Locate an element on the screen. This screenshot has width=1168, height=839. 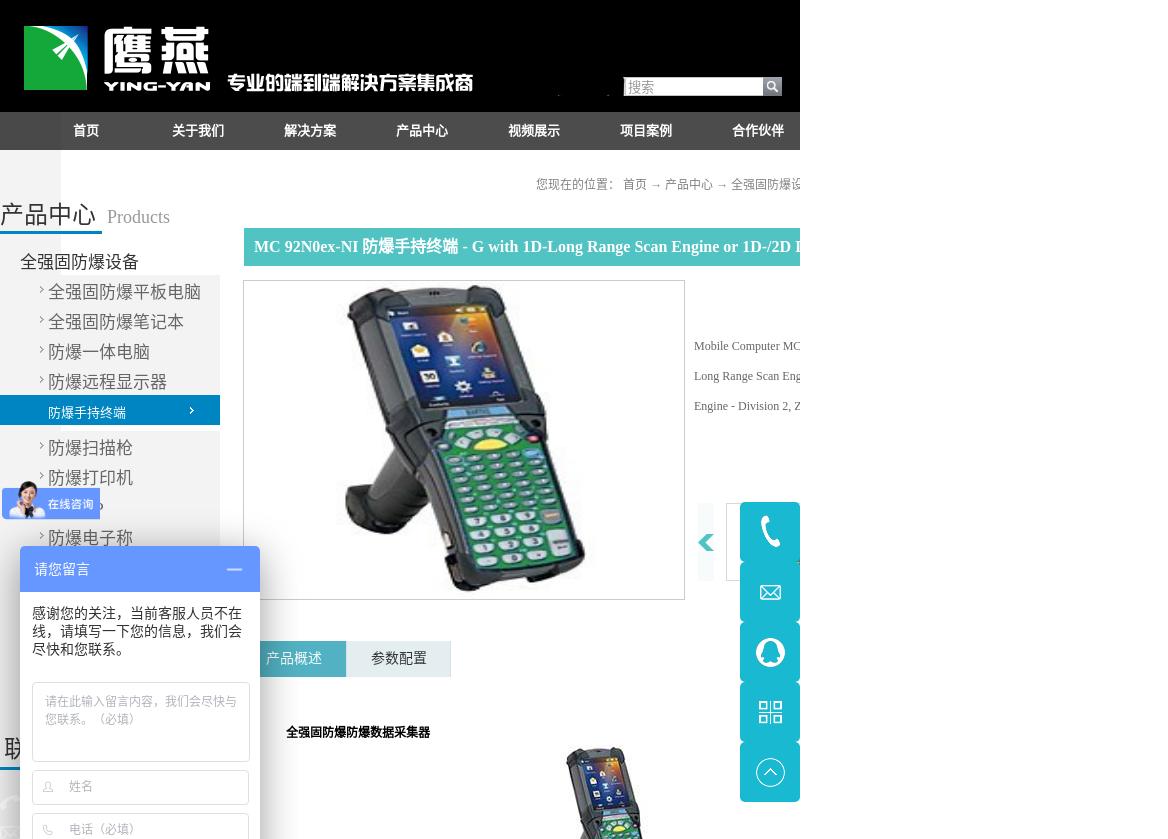
'Engine or 1D-/2D Imager' is located at coordinates (842, 376).